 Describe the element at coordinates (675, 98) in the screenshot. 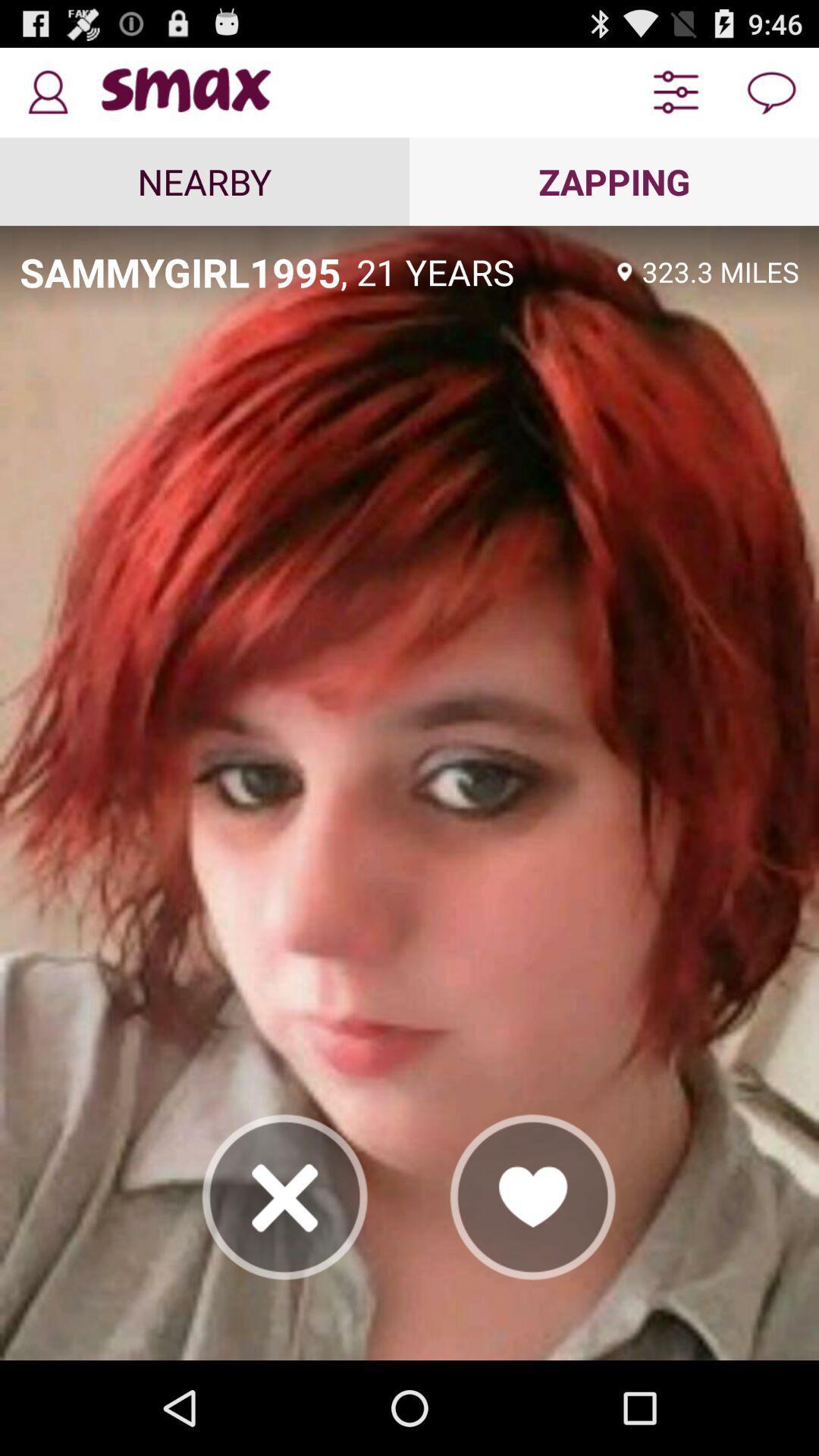

I see `the sliders icon` at that location.